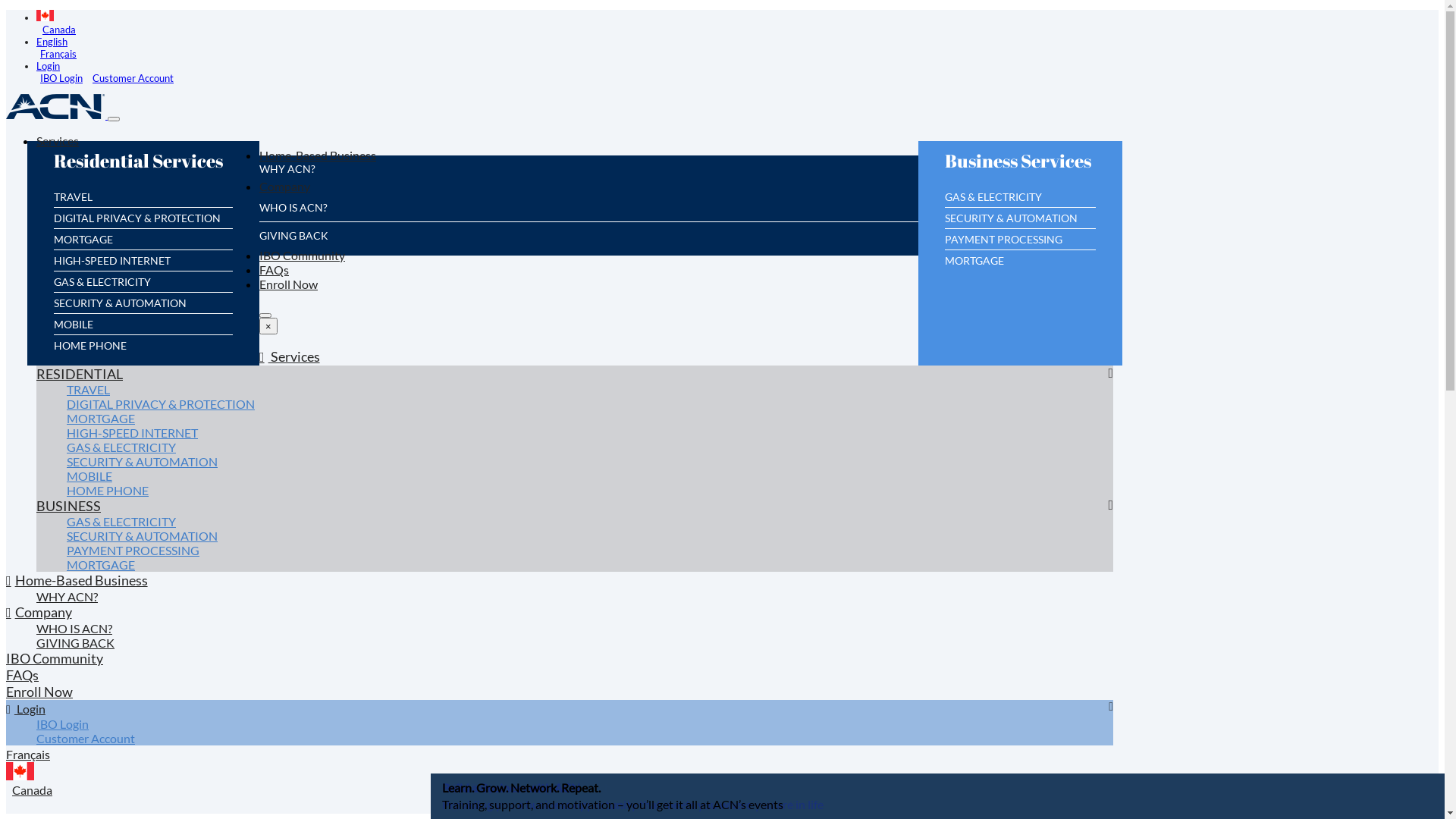 The image size is (1456, 819). I want to click on 'WHY ACN?', so click(66, 601).